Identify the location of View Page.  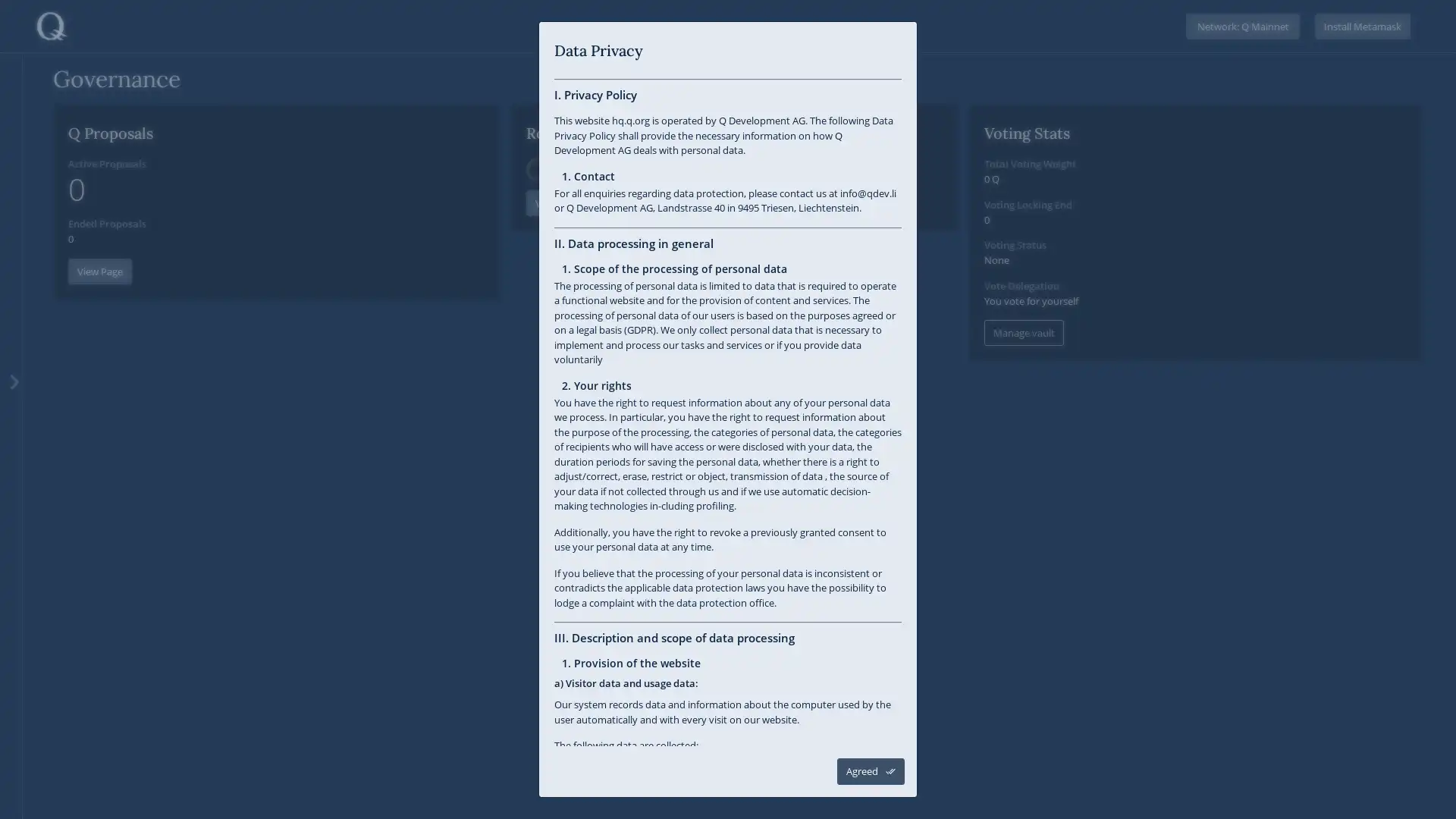
(99, 270).